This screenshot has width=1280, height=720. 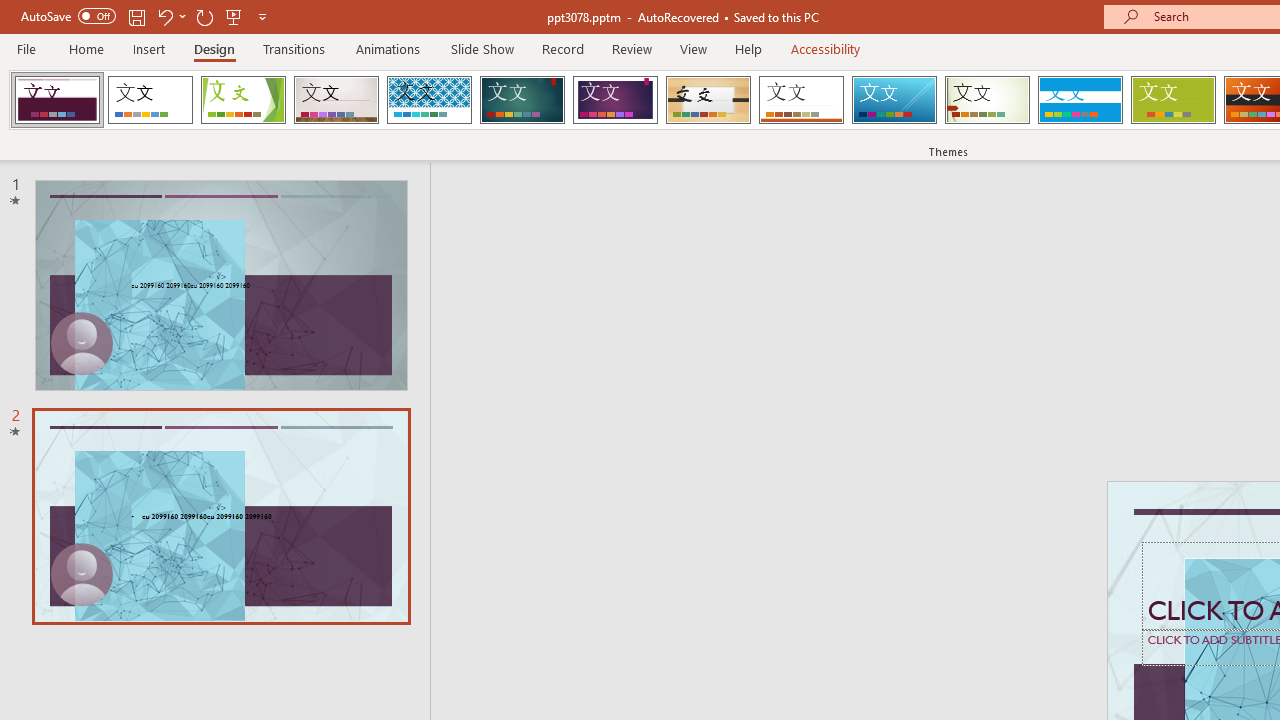 What do you see at coordinates (336, 100) in the screenshot?
I see `'Gallery'` at bounding box center [336, 100].